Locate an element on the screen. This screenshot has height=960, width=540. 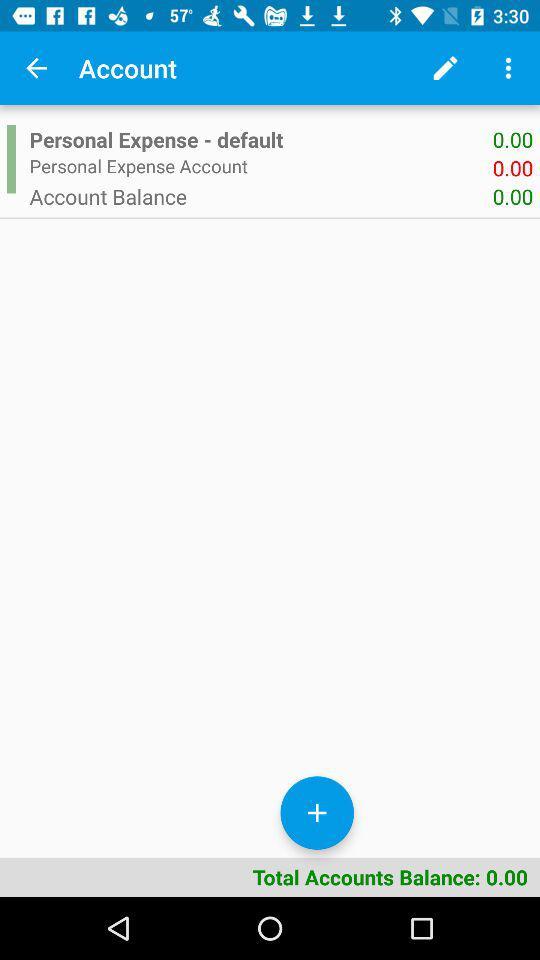
the app to the right of account item is located at coordinates (445, 68).